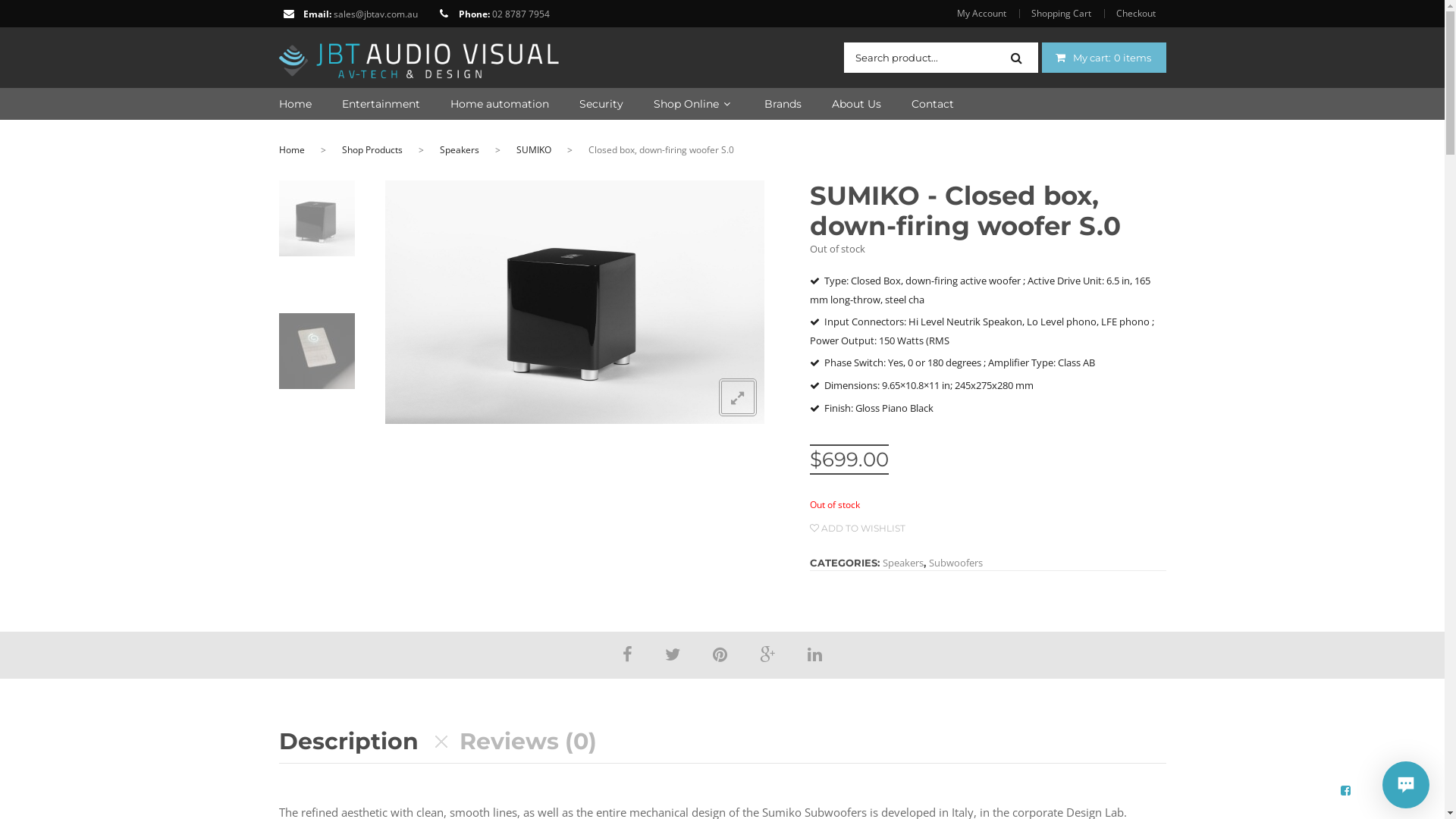 The image size is (1456, 819). Describe the element at coordinates (279, 741) in the screenshot. I see `'Description'` at that location.